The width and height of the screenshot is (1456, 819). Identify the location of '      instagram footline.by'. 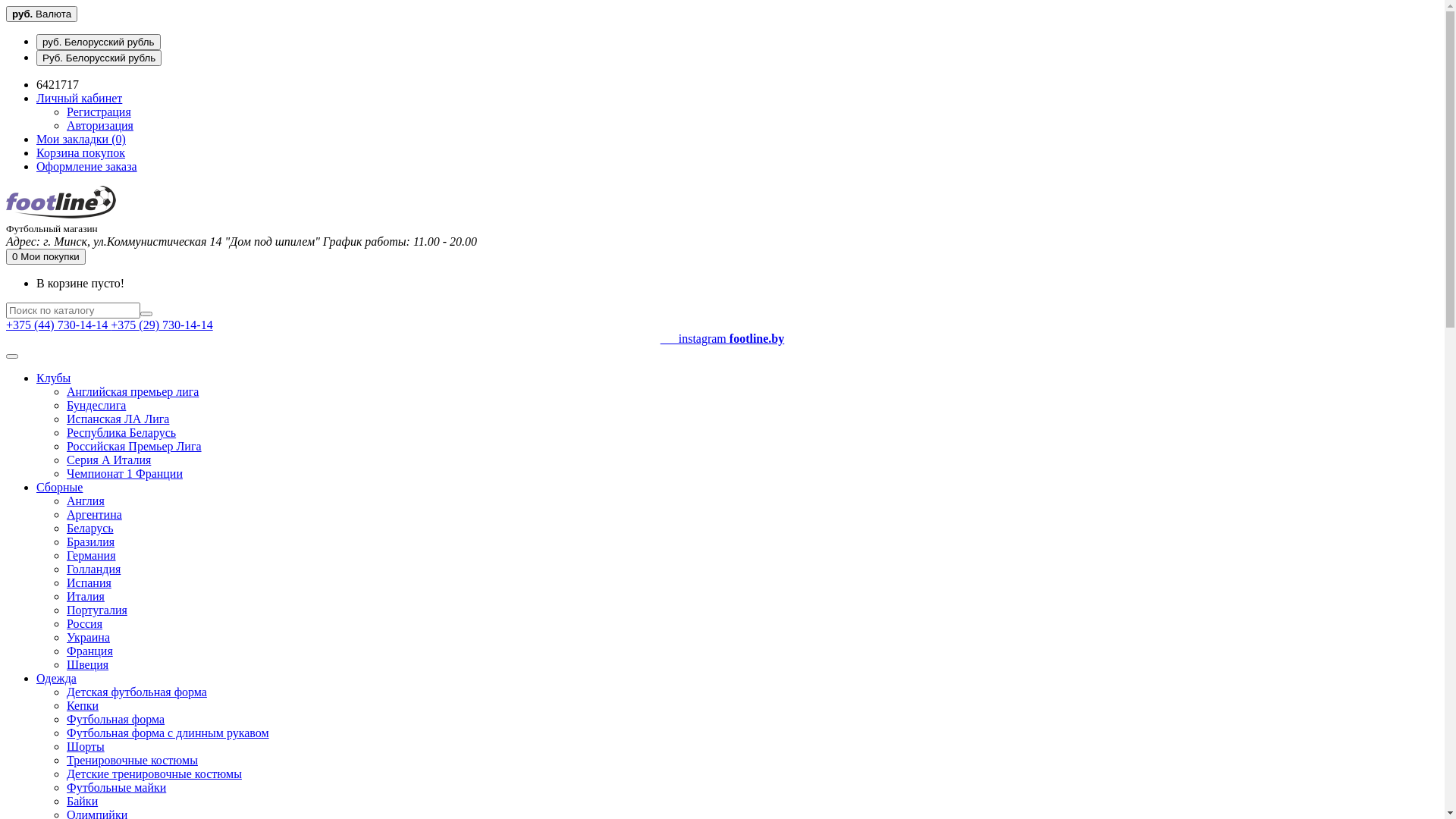
(721, 345).